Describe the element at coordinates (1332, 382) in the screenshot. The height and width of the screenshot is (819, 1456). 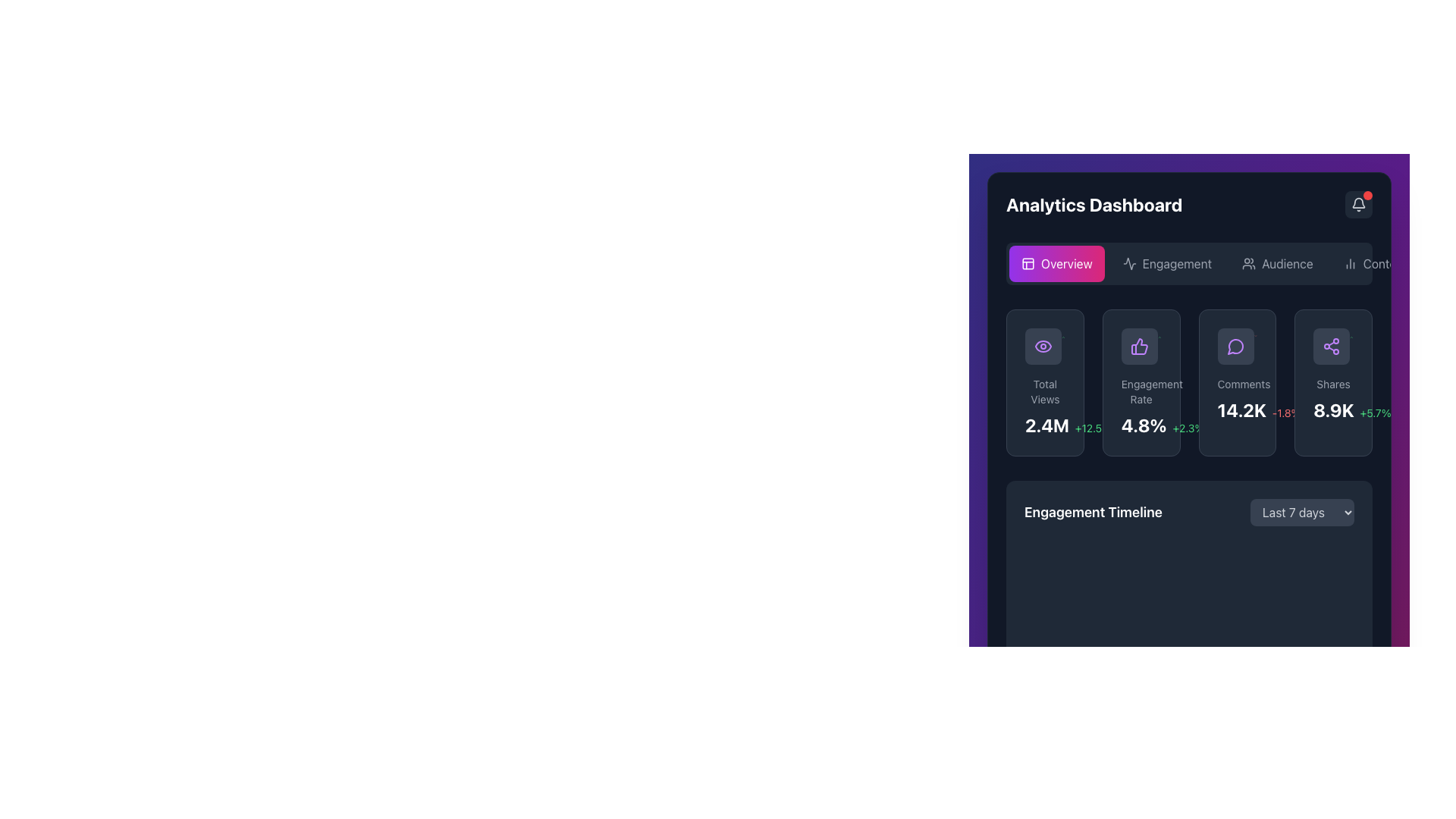
I see `the 'Shares' statistical card located in the fourth column of the Analytics Dashboard` at that location.